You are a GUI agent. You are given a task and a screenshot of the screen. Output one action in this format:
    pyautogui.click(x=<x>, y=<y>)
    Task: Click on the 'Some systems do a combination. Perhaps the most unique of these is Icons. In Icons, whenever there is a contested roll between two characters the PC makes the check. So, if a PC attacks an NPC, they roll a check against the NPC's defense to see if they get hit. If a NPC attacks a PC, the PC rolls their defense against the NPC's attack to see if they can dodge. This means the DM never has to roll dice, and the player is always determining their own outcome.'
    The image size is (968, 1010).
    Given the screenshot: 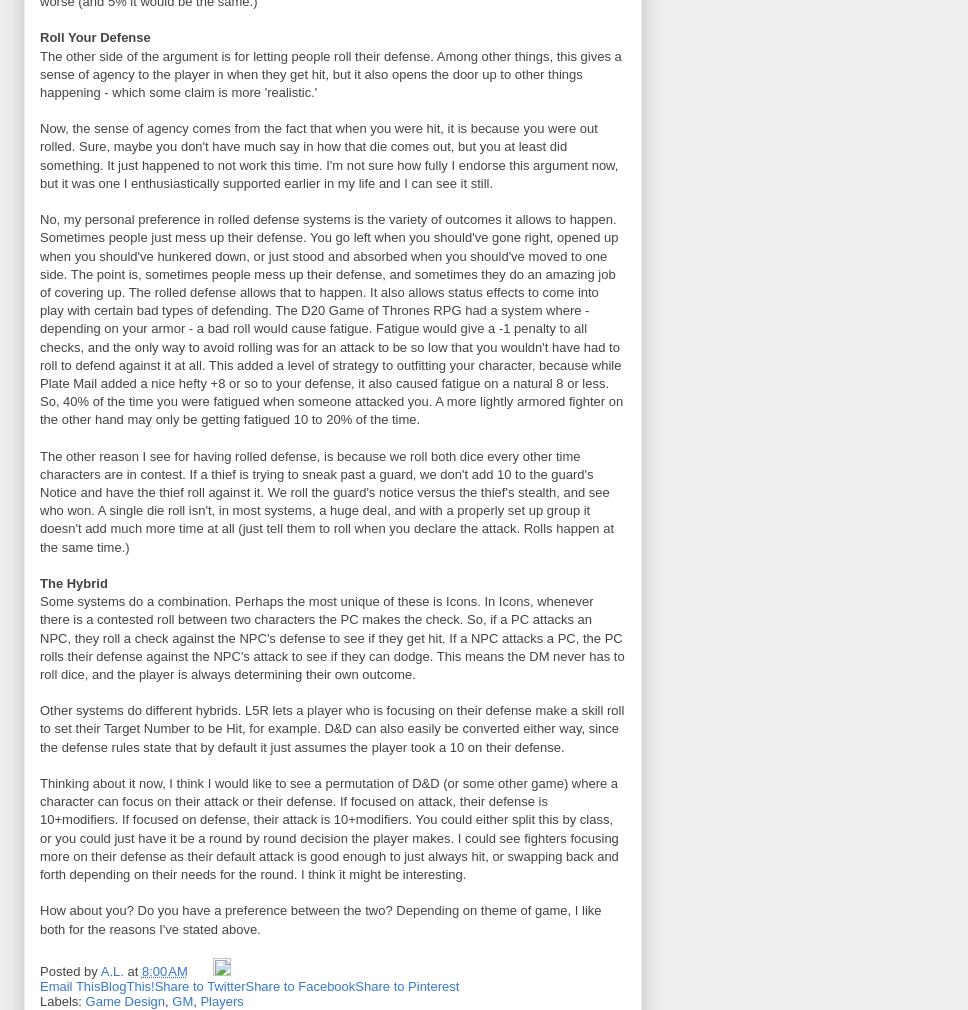 What is the action you would take?
    pyautogui.click(x=332, y=636)
    